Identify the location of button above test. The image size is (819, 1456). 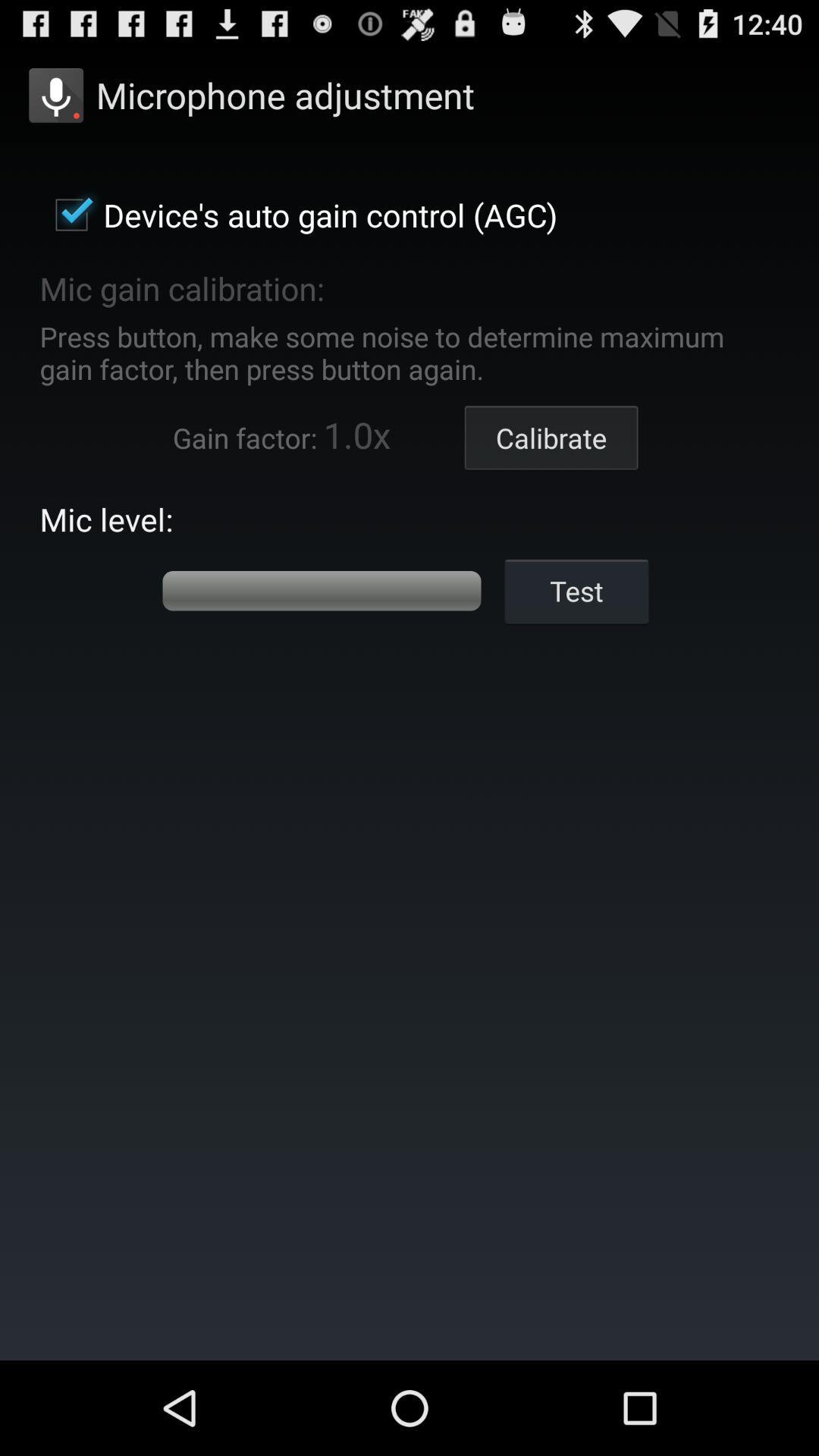
(551, 437).